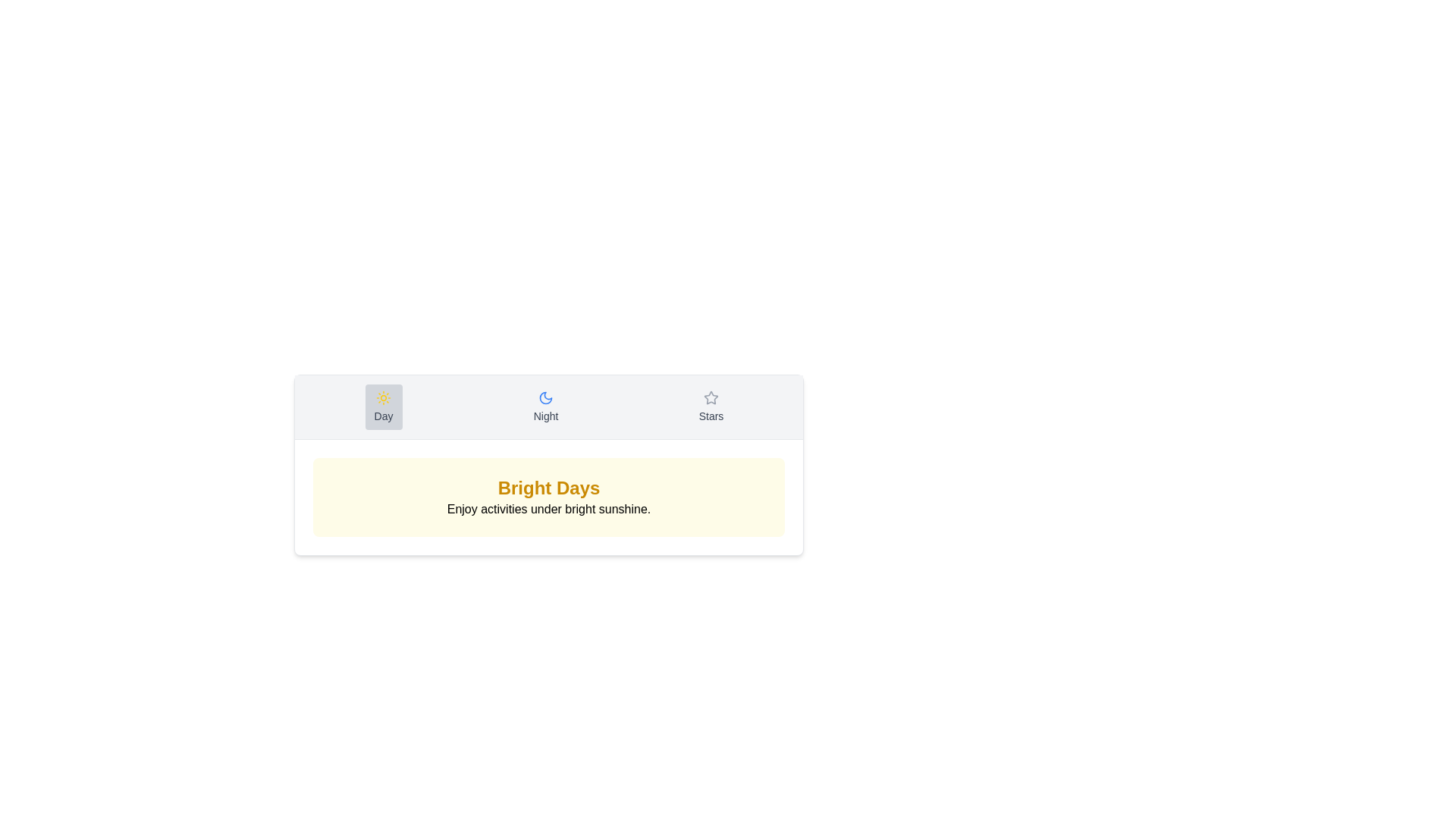  What do you see at coordinates (384, 406) in the screenshot?
I see `the tab labeled Day` at bounding box center [384, 406].